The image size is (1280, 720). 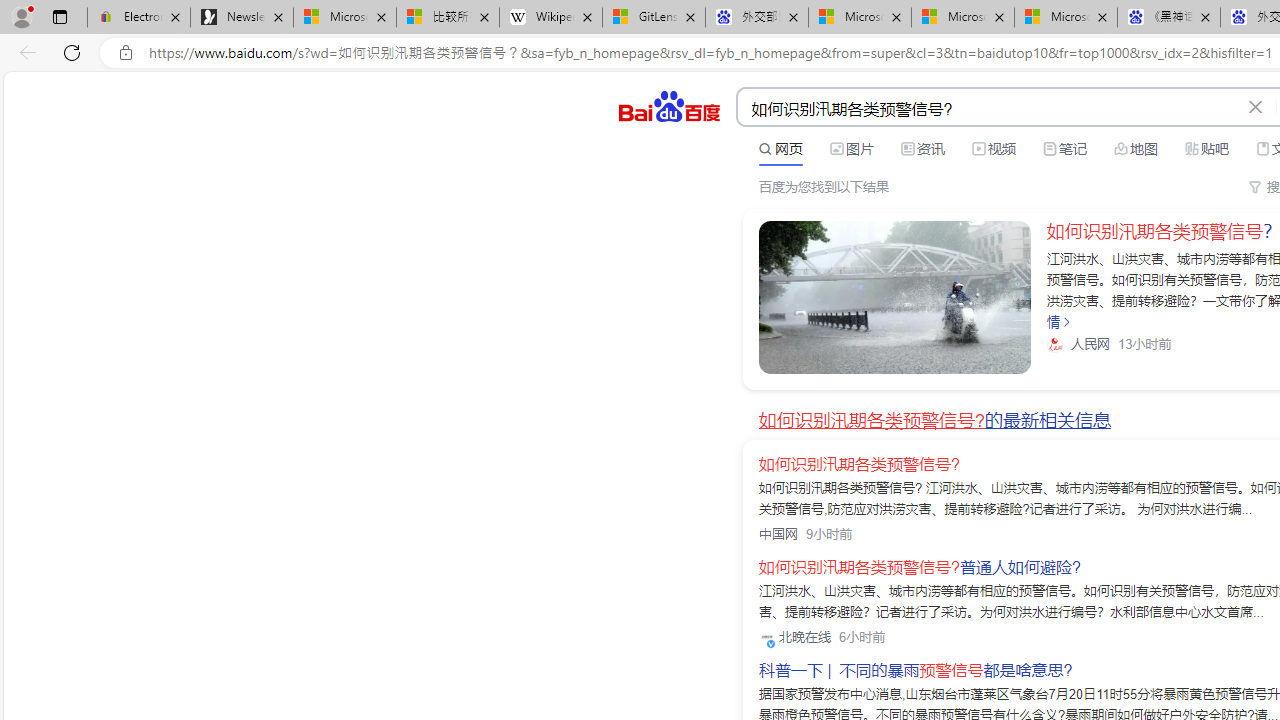 What do you see at coordinates (240, 17) in the screenshot?
I see `'Newsletter Sign Up'` at bounding box center [240, 17].